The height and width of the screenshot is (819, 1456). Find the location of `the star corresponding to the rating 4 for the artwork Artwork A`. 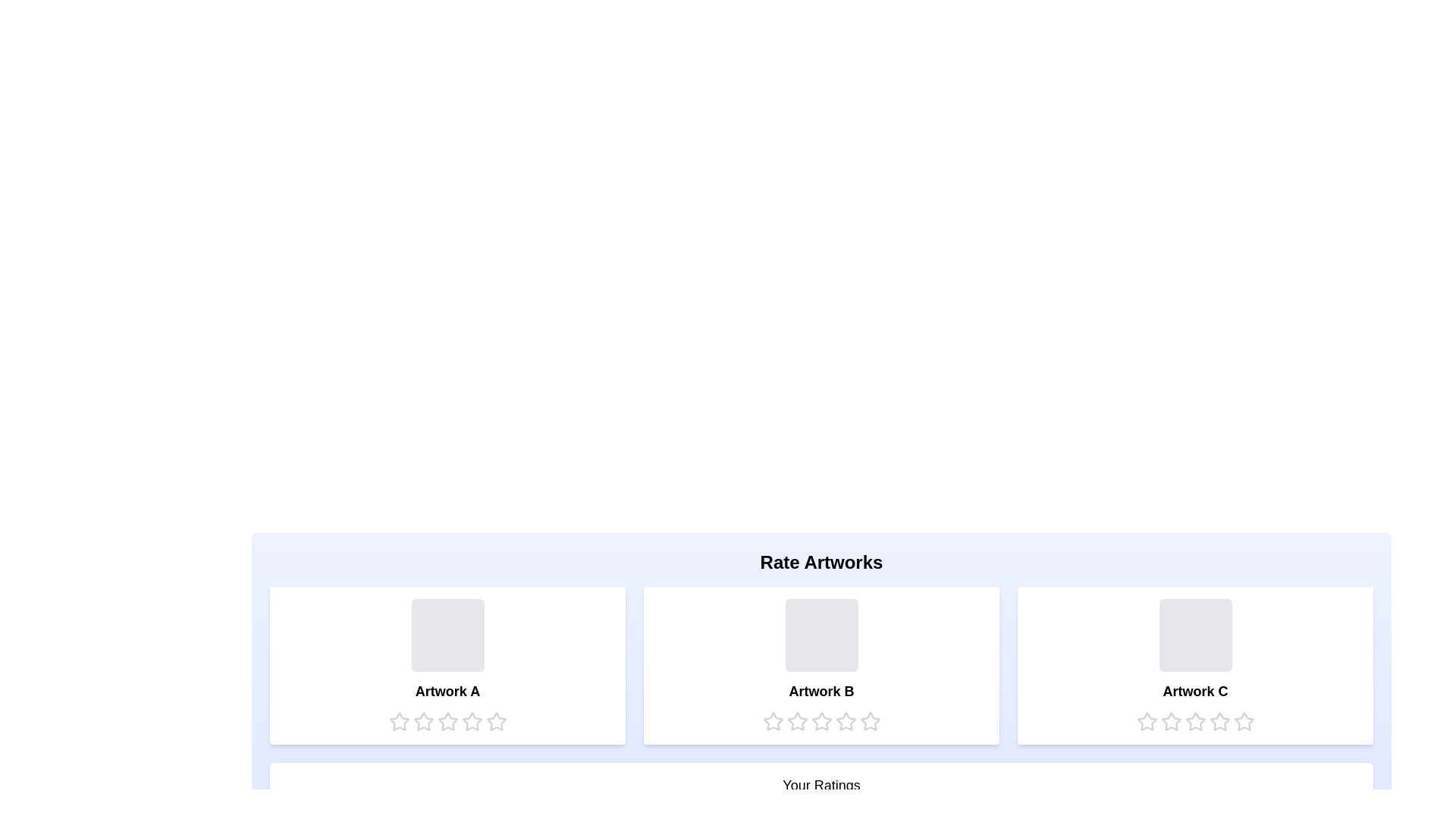

the star corresponding to the rating 4 for the artwork Artwork A is located at coordinates (471, 721).